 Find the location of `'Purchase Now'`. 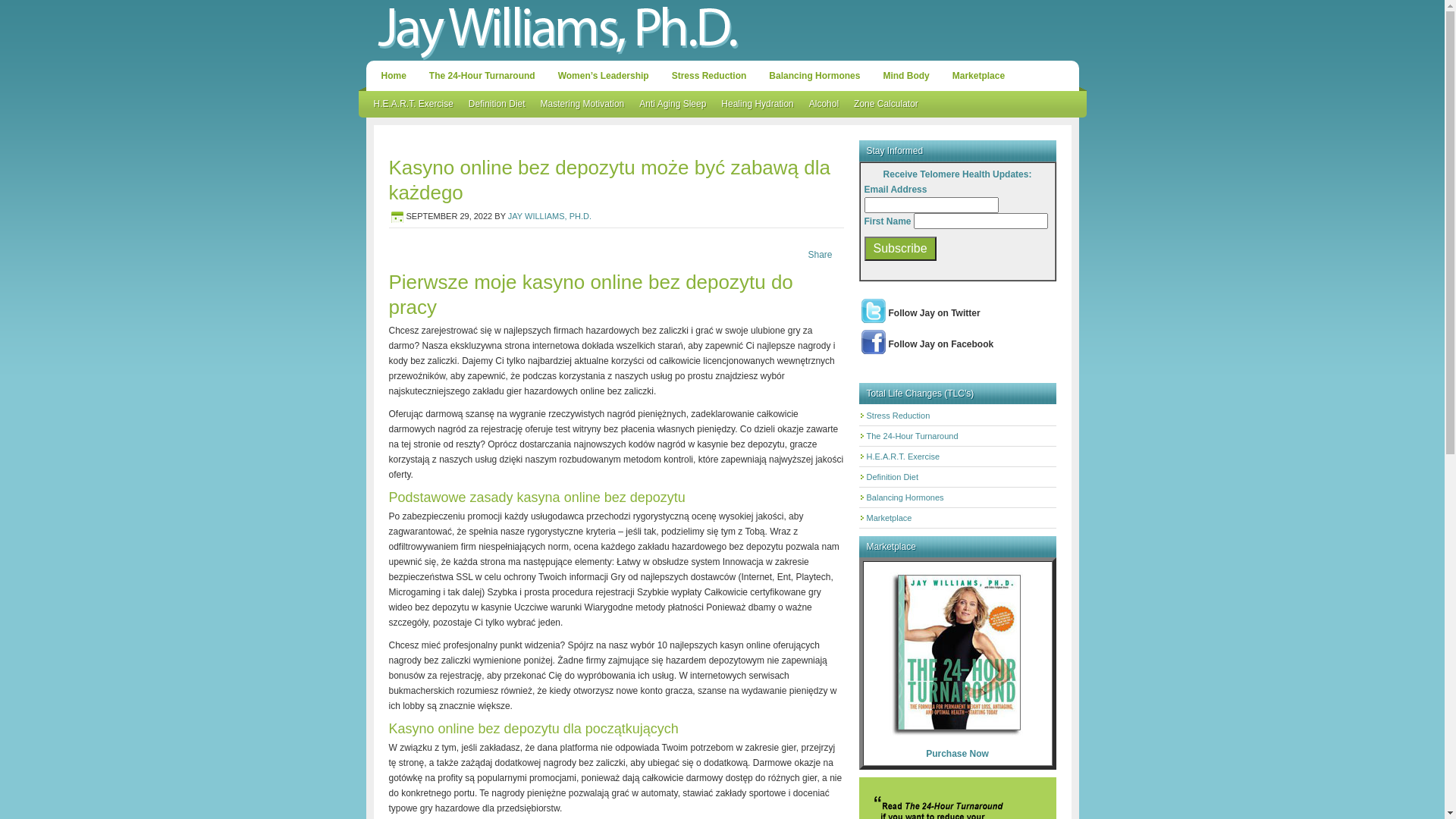

'Purchase Now' is located at coordinates (956, 754).